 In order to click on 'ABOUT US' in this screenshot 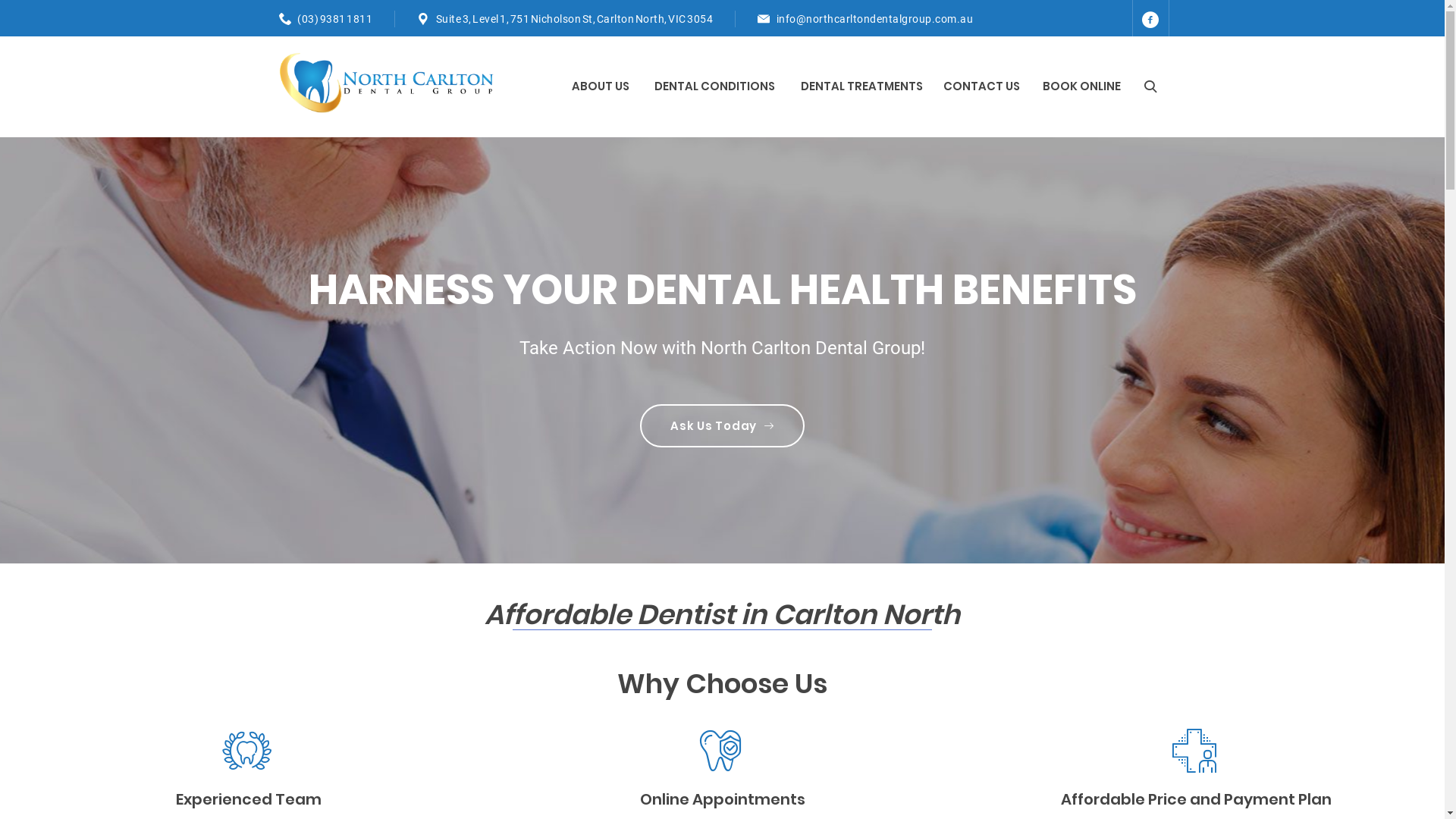, I will do `click(601, 86)`.